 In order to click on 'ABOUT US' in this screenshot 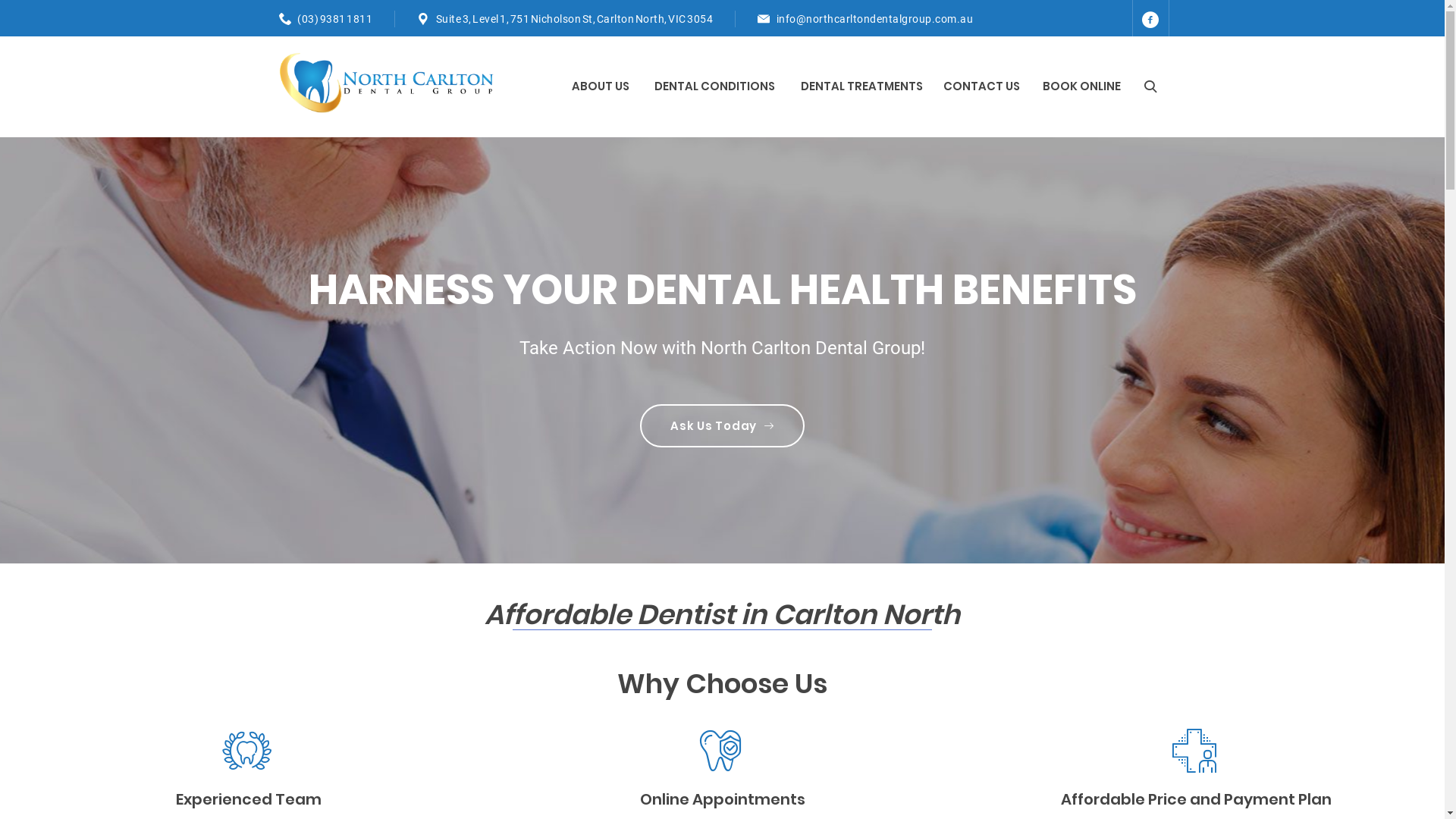, I will do `click(601, 86)`.